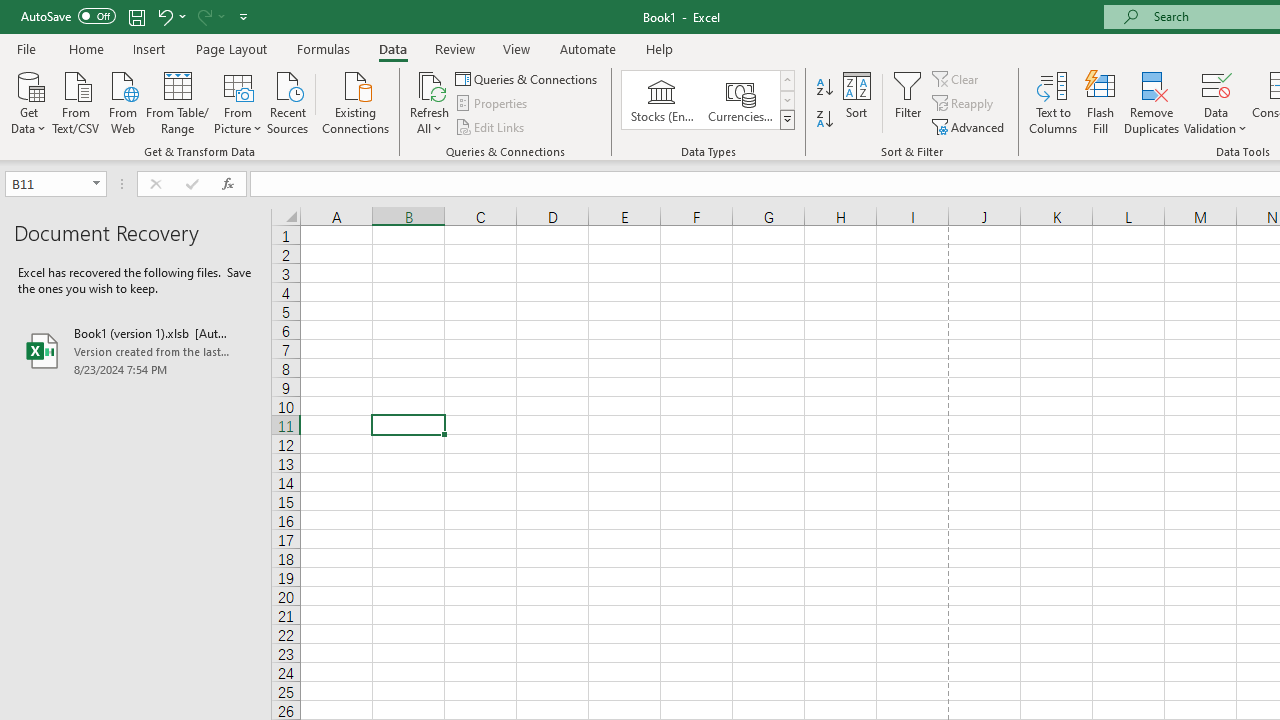 The height and width of the screenshot is (720, 1280). What do you see at coordinates (85, 48) in the screenshot?
I see `'Home'` at bounding box center [85, 48].